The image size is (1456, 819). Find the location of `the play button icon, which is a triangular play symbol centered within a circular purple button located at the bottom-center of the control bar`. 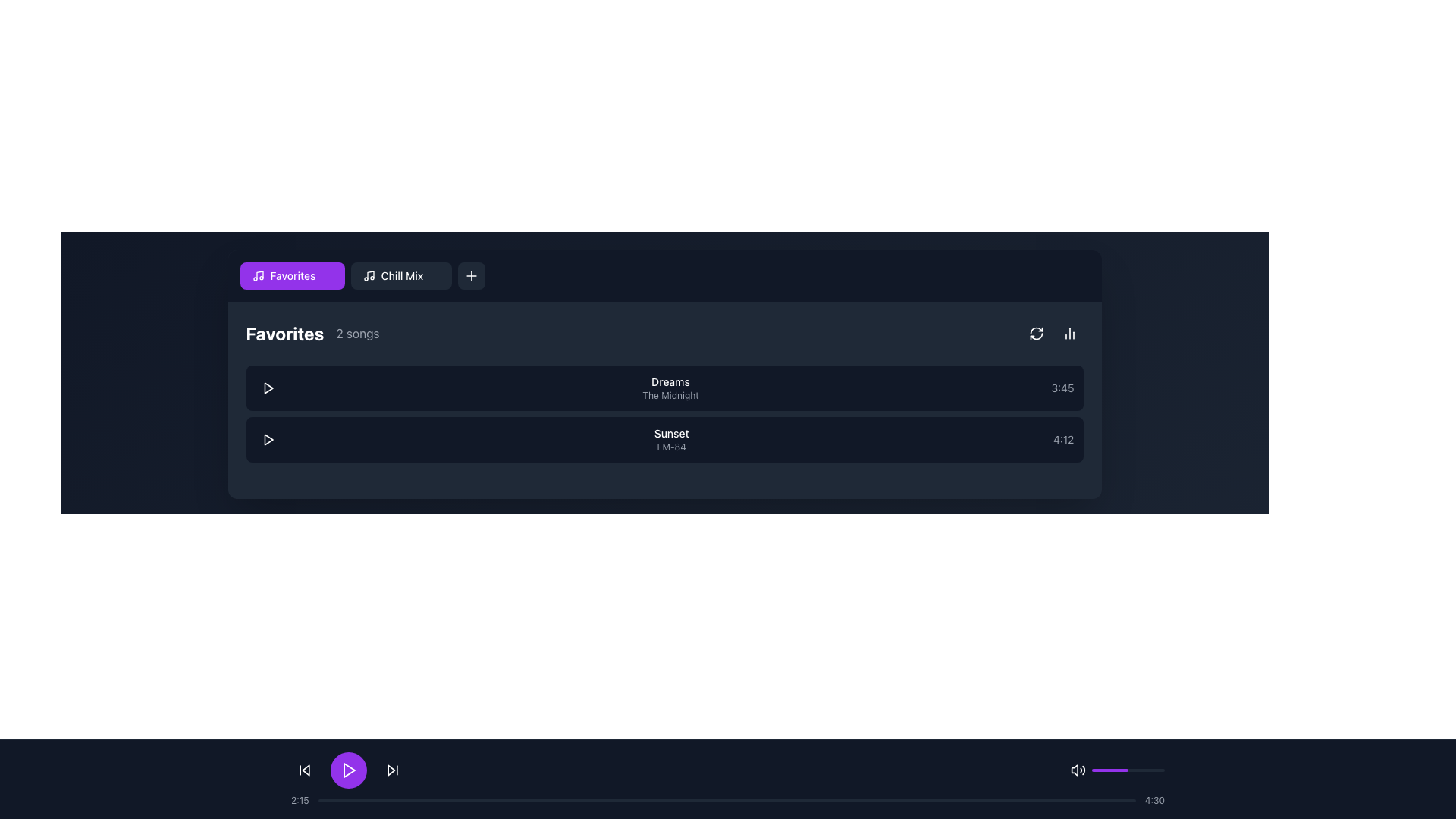

the play button icon, which is a triangular play symbol centered within a circular purple button located at the bottom-center of the control bar is located at coordinates (348, 770).